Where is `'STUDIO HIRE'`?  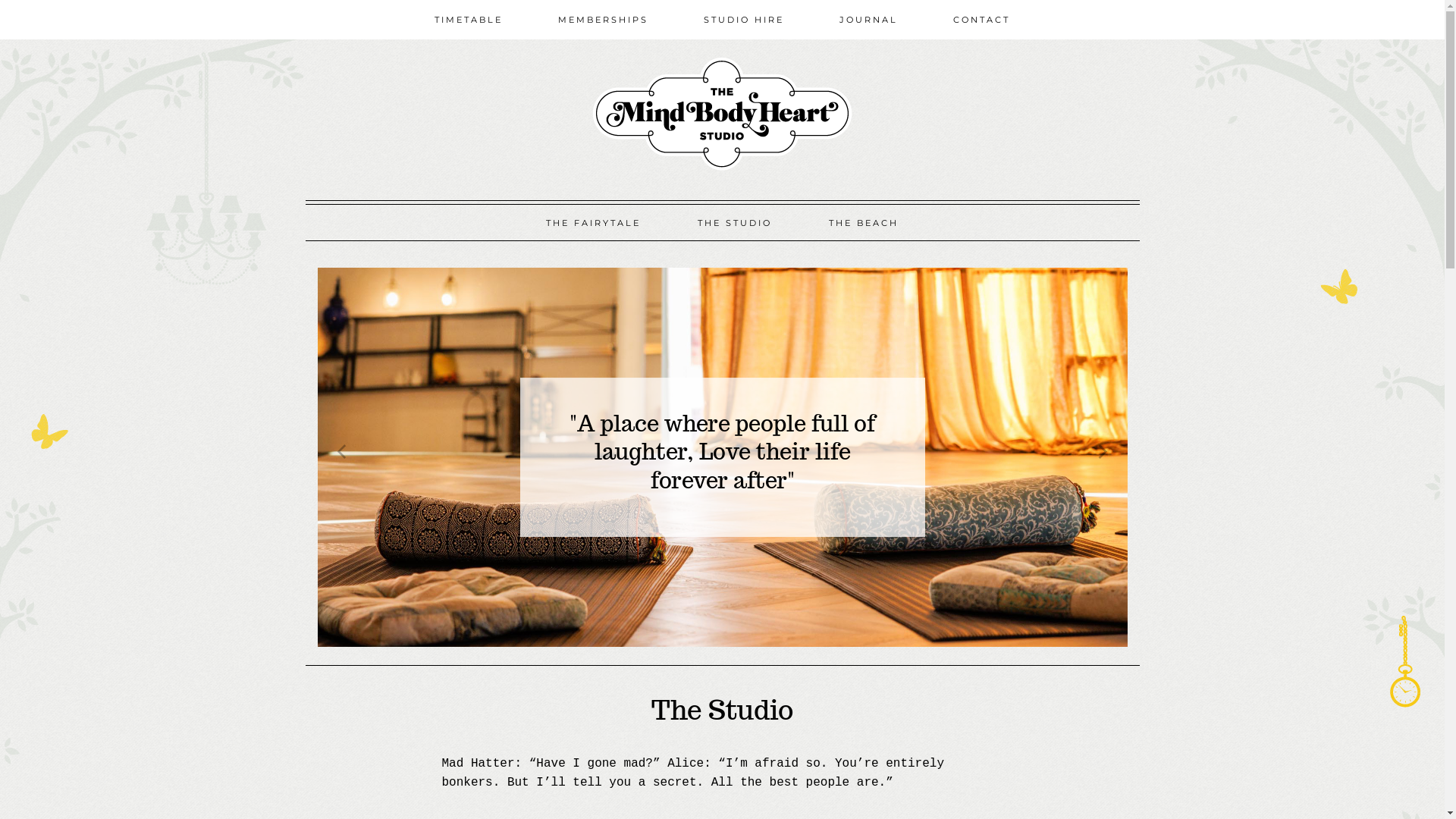
'STUDIO HIRE' is located at coordinates (743, 20).